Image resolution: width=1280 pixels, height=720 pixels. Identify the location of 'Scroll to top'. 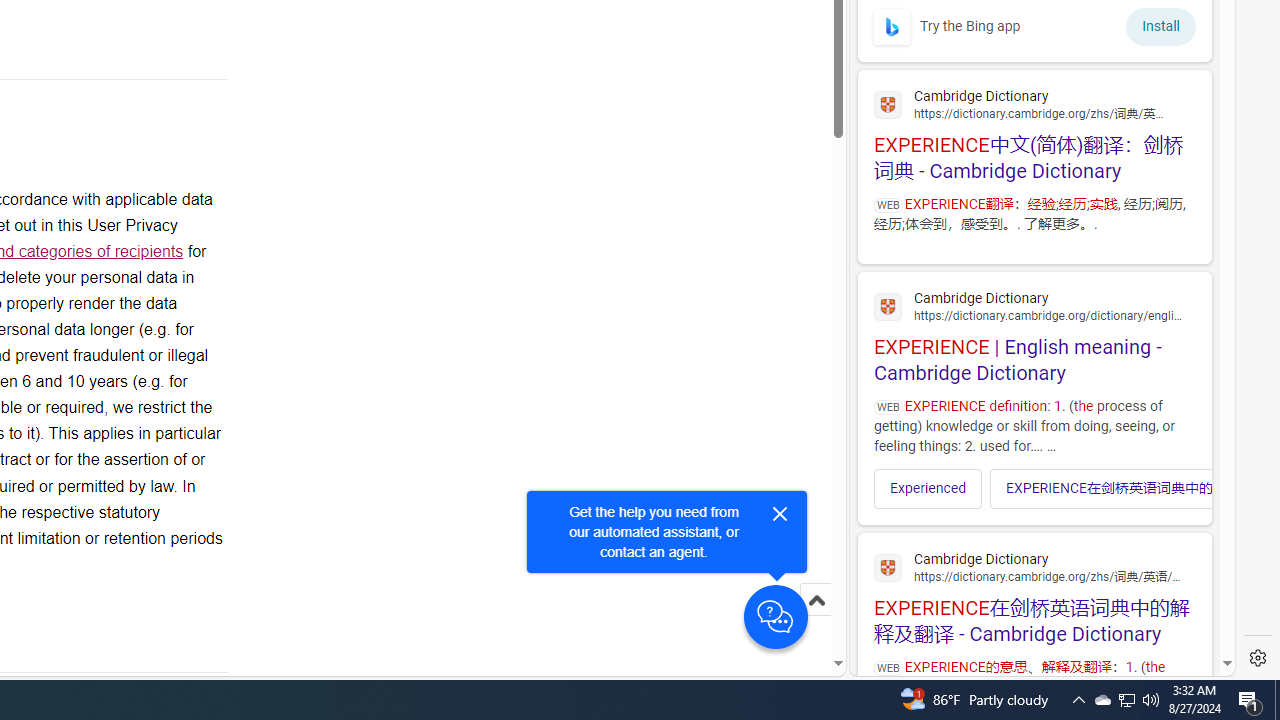
(816, 598).